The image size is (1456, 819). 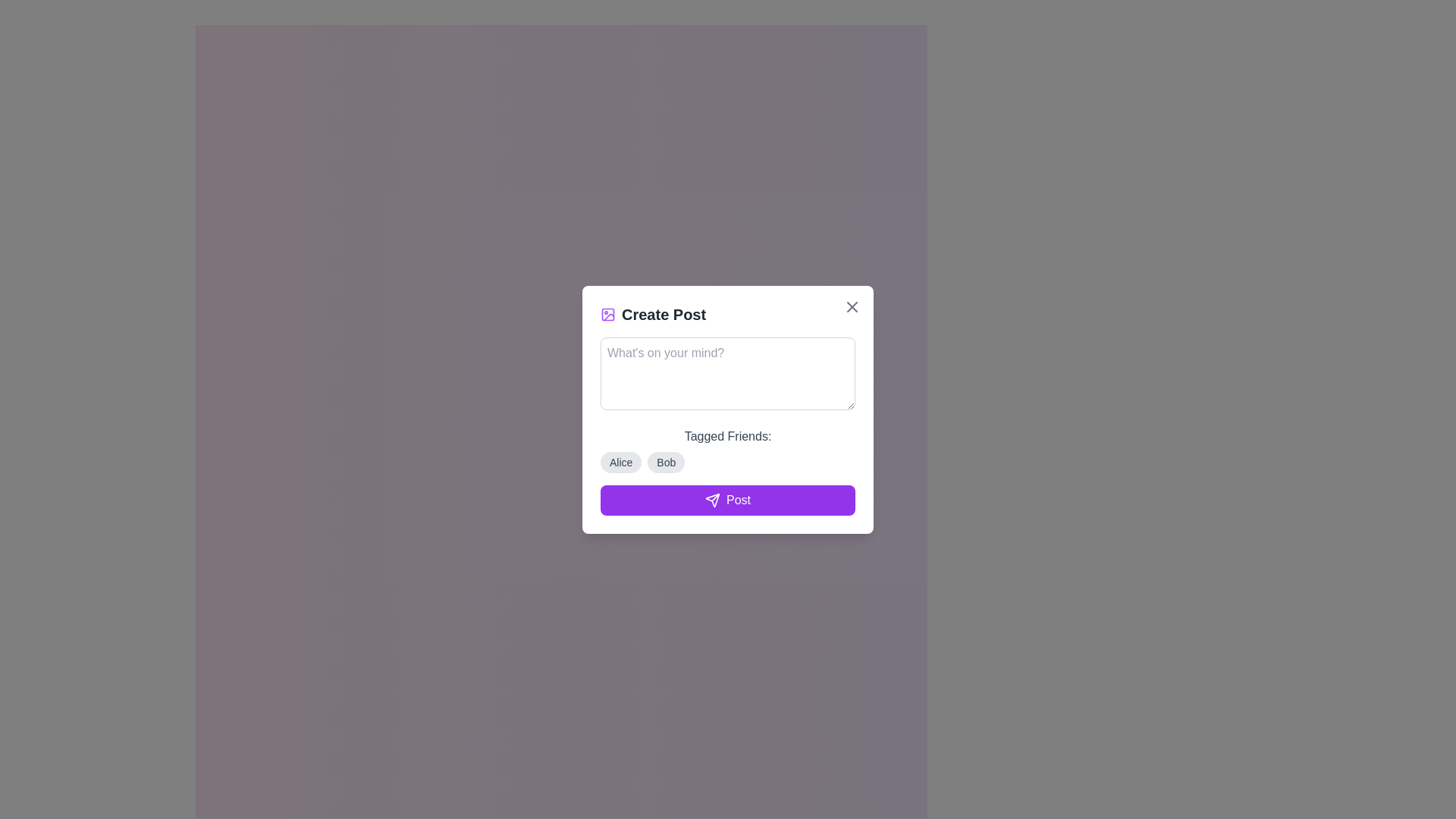 What do you see at coordinates (852, 306) in the screenshot?
I see `the diagonal cross ('X') of the close button located at the top-right corner of the modal interface` at bounding box center [852, 306].